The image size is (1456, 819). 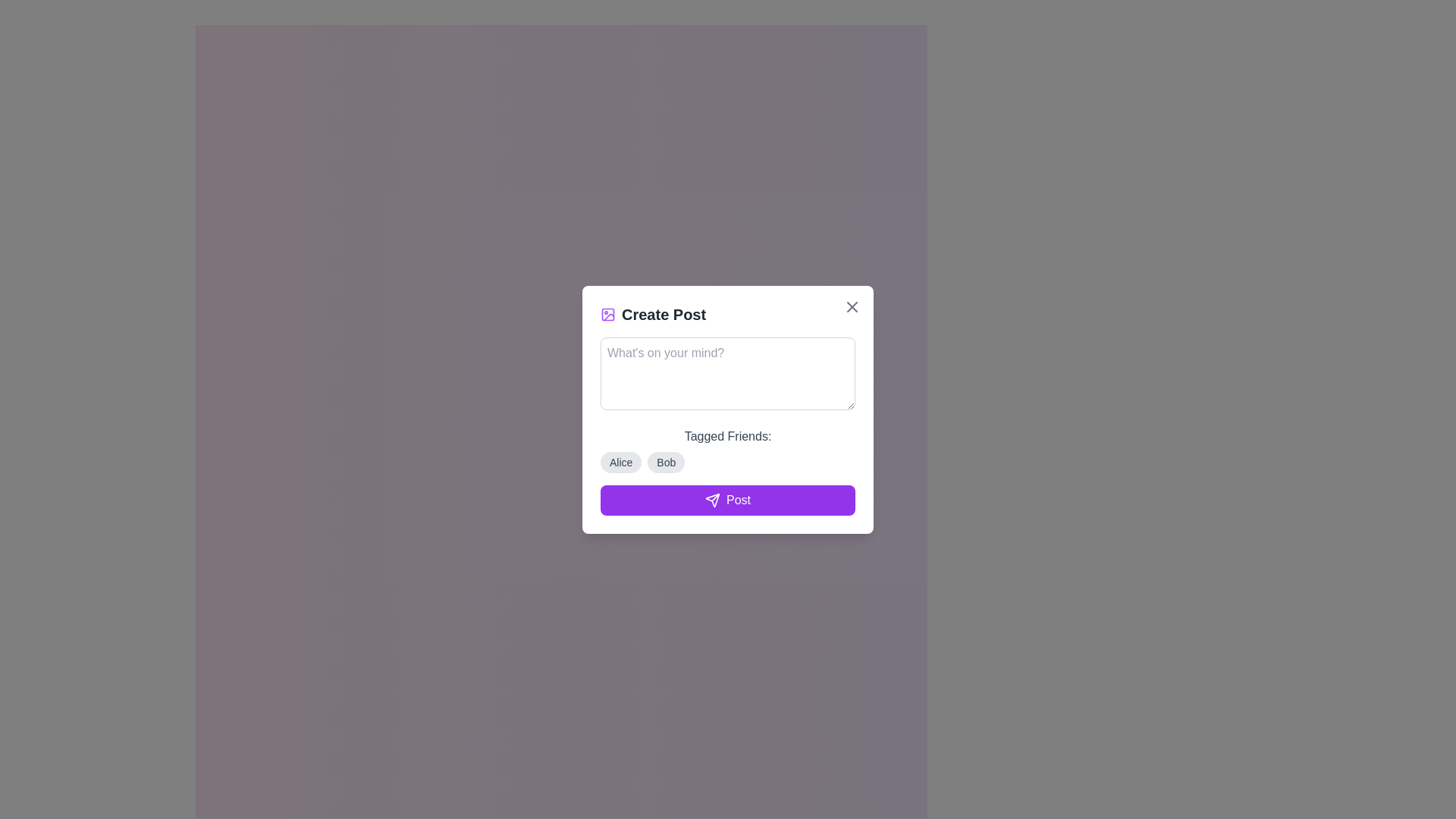 What do you see at coordinates (852, 306) in the screenshot?
I see `the diagonal cross ('X') of the close button located at the top-right corner of the modal interface` at bounding box center [852, 306].